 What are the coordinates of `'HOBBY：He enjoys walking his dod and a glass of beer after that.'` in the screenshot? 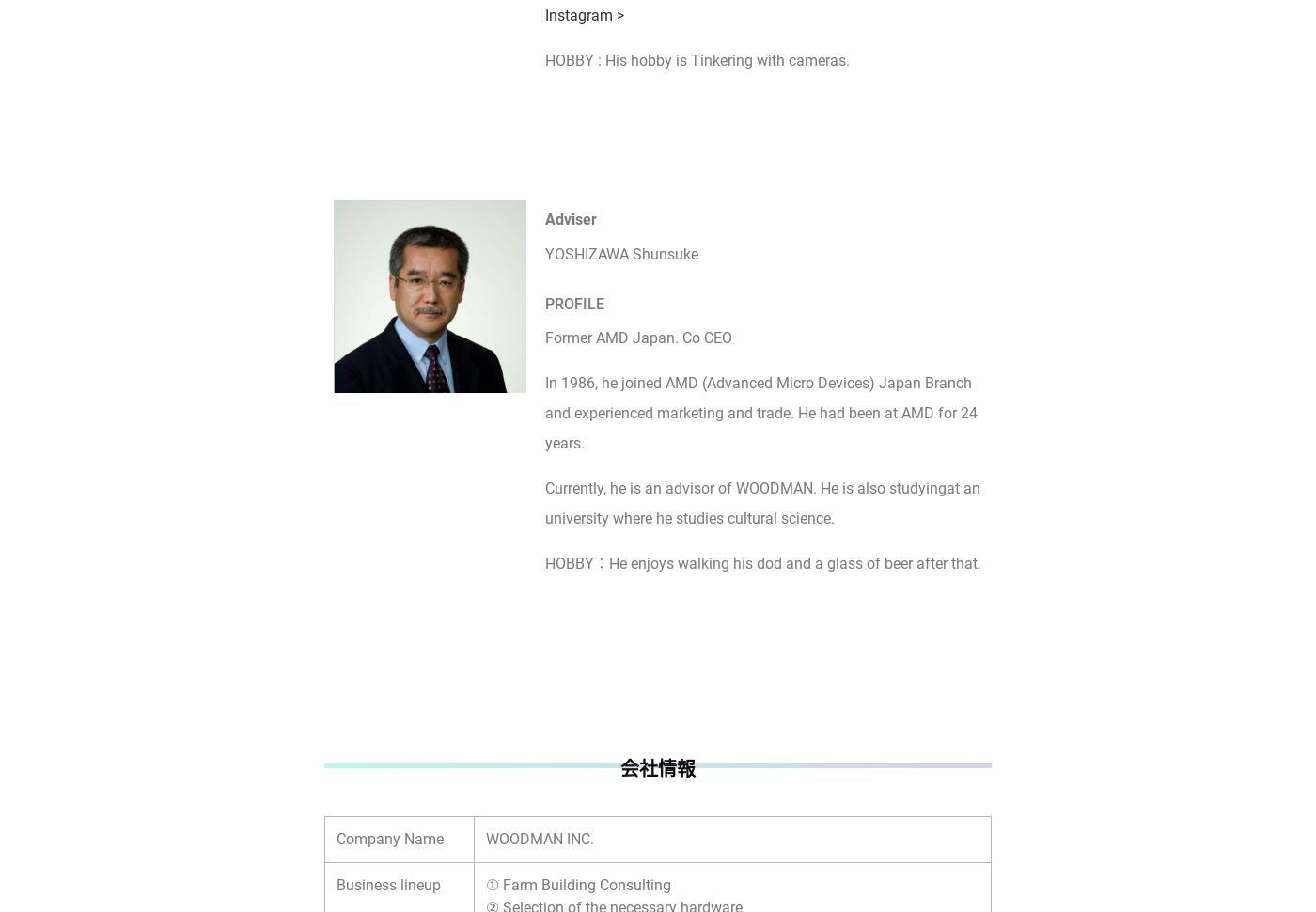 It's located at (763, 563).